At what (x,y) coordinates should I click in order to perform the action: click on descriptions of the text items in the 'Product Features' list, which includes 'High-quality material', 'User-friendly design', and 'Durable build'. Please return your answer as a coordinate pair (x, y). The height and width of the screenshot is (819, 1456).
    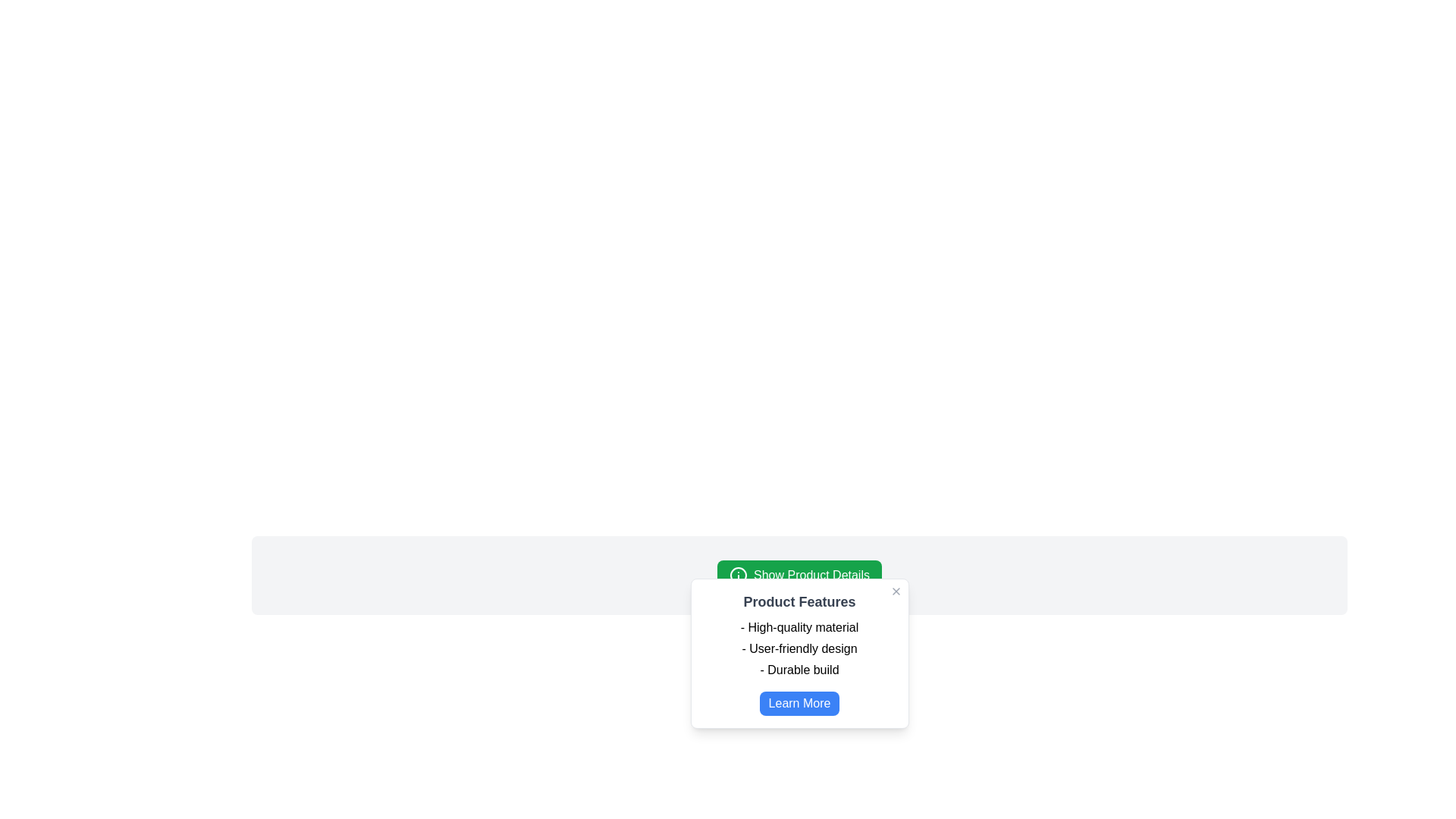
    Looking at the image, I should click on (799, 648).